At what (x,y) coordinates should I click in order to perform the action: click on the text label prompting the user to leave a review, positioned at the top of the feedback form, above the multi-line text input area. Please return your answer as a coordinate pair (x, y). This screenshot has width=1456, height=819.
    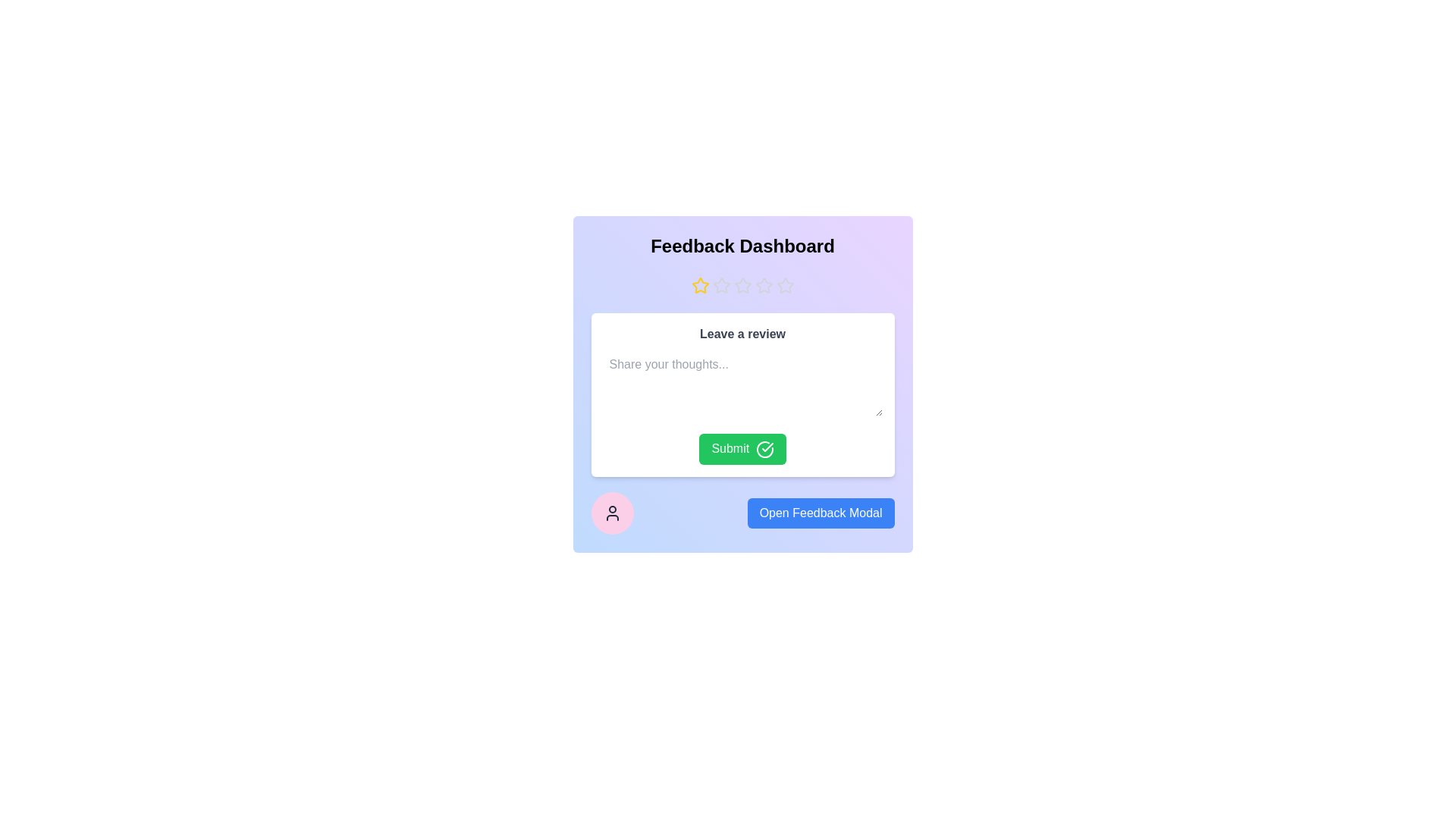
    Looking at the image, I should click on (742, 333).